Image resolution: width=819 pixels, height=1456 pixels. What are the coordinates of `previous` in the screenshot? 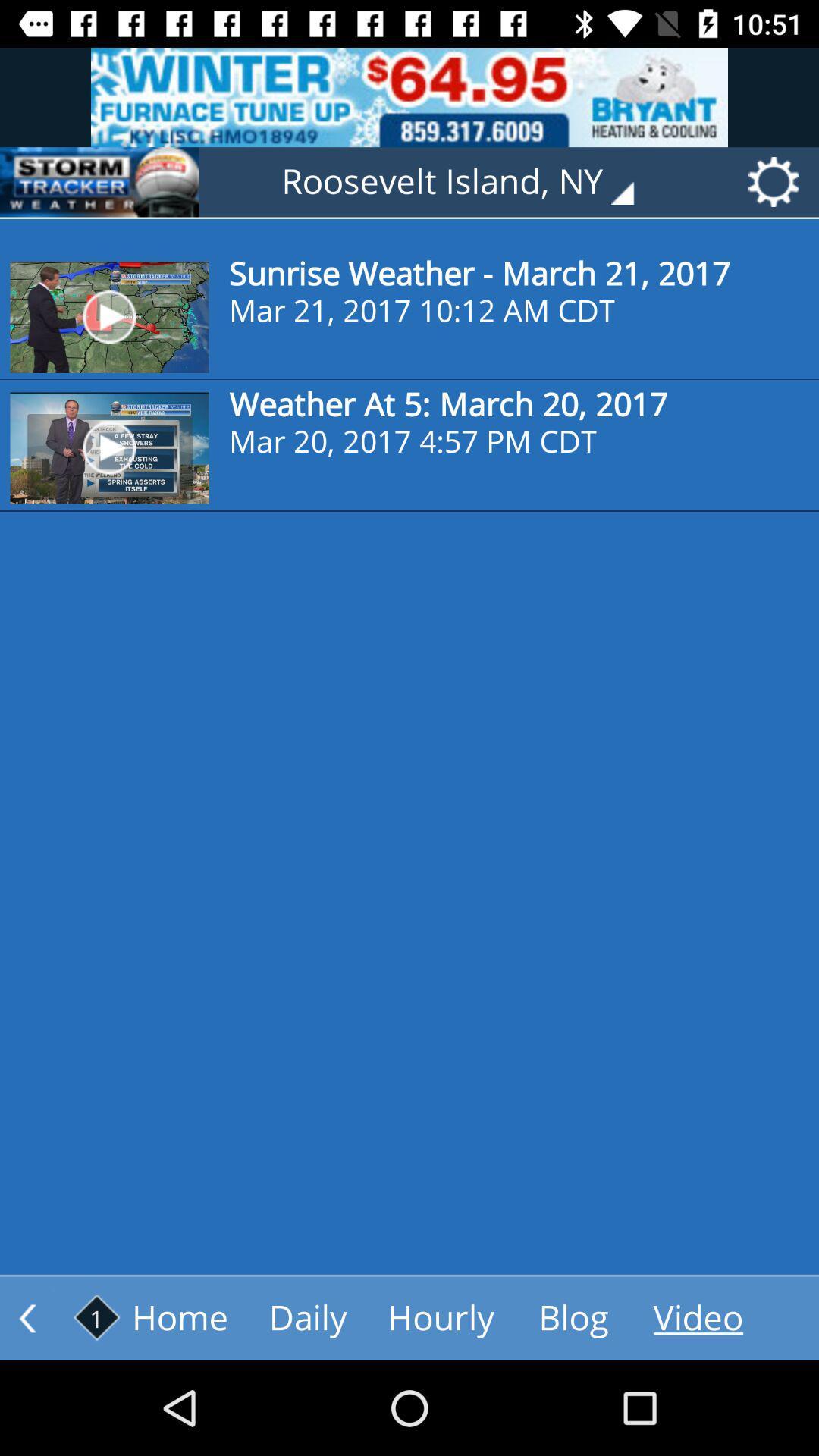 It's located at (27, 1317).